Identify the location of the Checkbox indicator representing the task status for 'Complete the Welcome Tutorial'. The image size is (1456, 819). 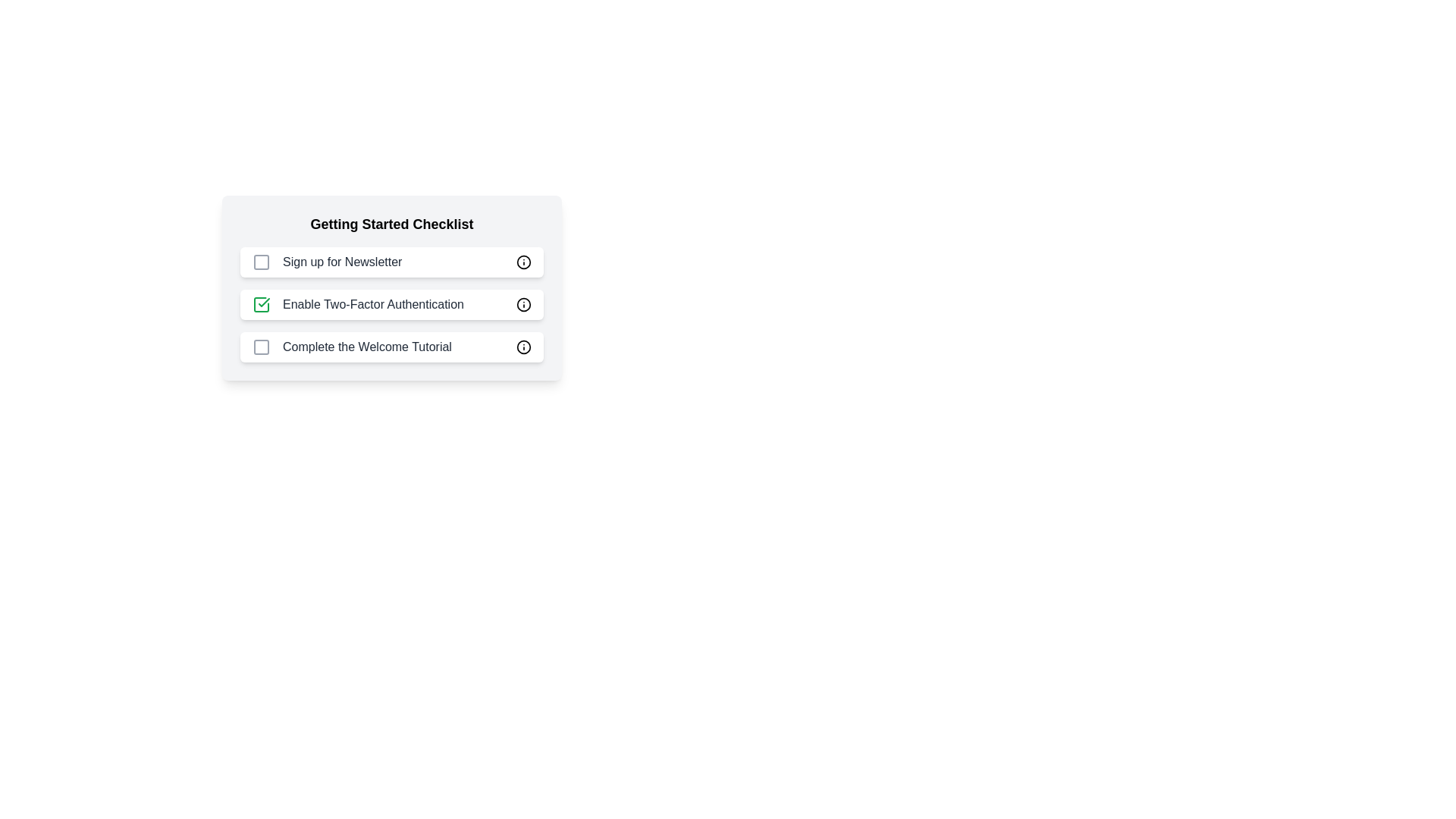
(262, 347).